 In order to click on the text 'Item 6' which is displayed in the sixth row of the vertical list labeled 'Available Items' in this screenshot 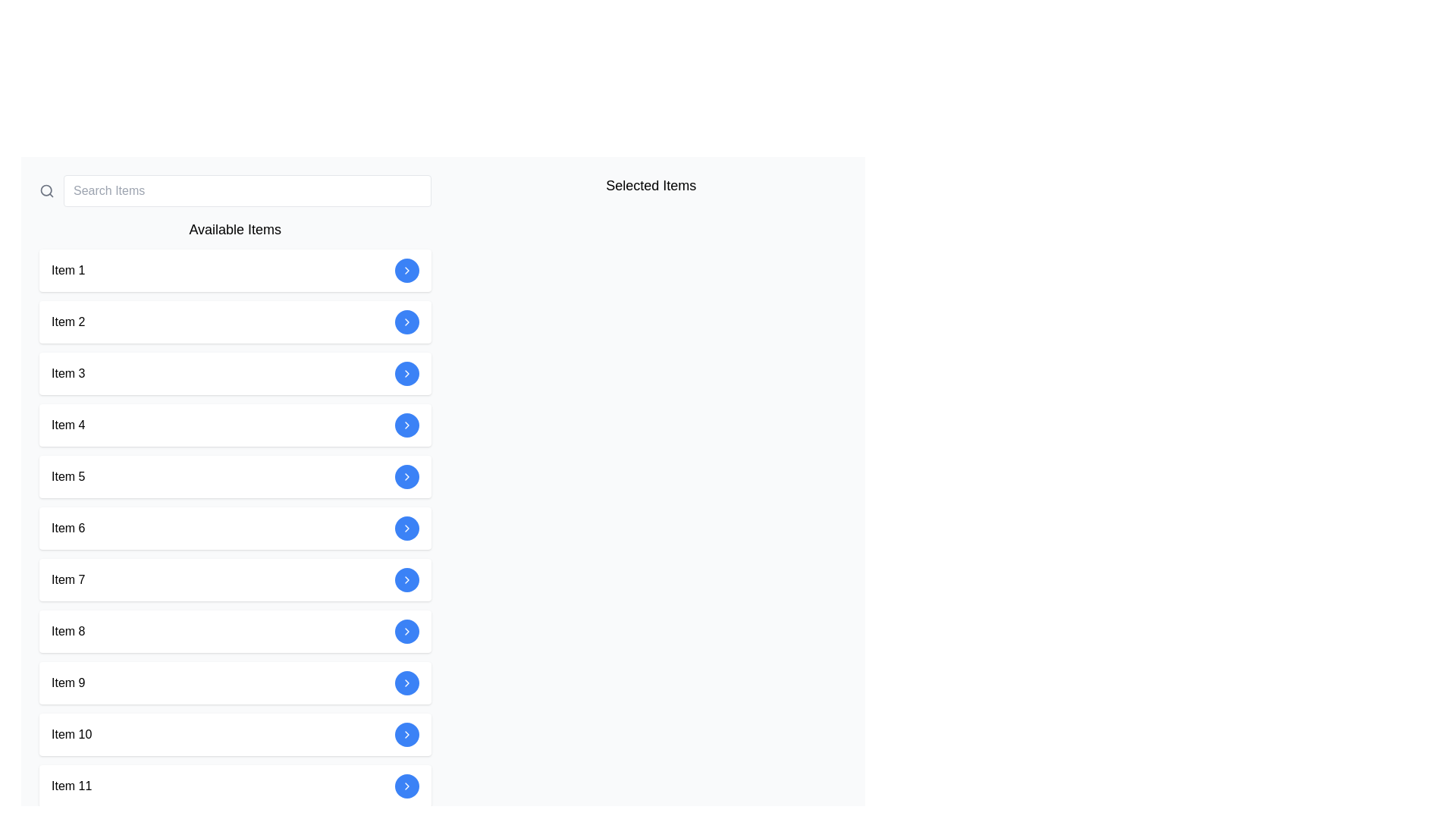, I will do `click(67, 528)`.